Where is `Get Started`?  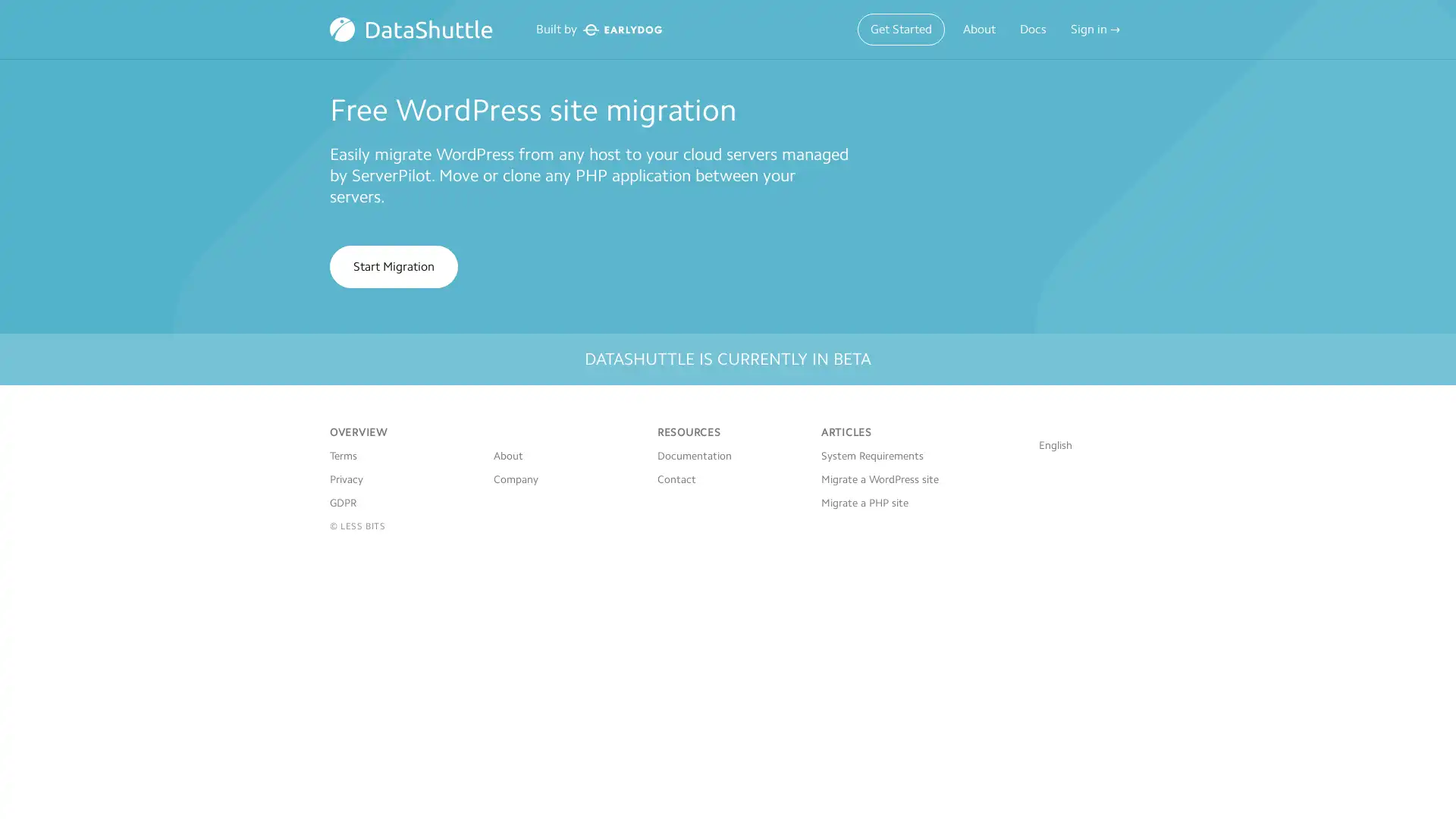
Get Started is located at coordinates (901, 29).